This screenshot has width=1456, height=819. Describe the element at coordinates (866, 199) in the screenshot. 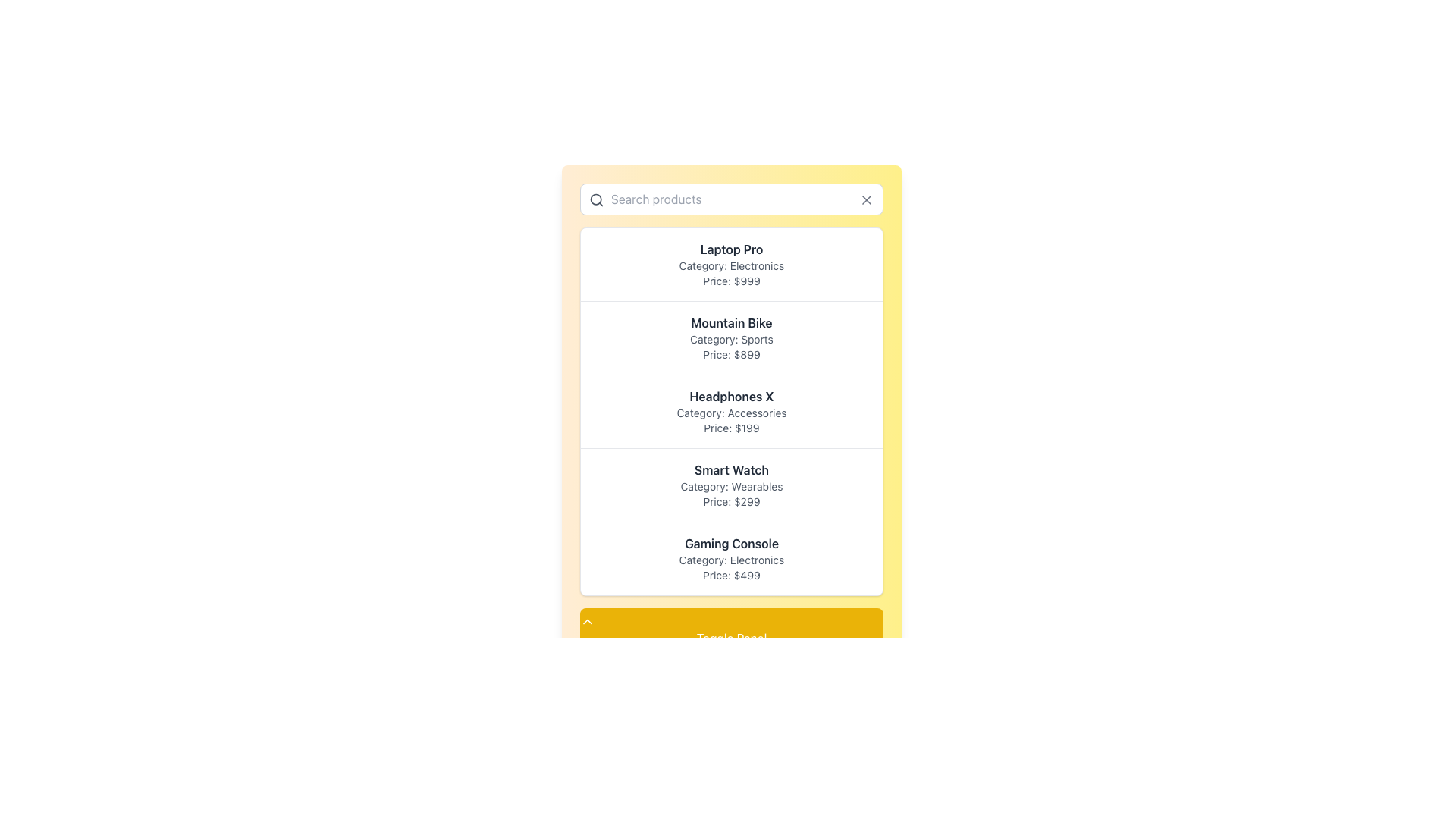

I see `the interactive gray button with an 'X' icon located in the top-right corner of the search input box to change its color` at that location.